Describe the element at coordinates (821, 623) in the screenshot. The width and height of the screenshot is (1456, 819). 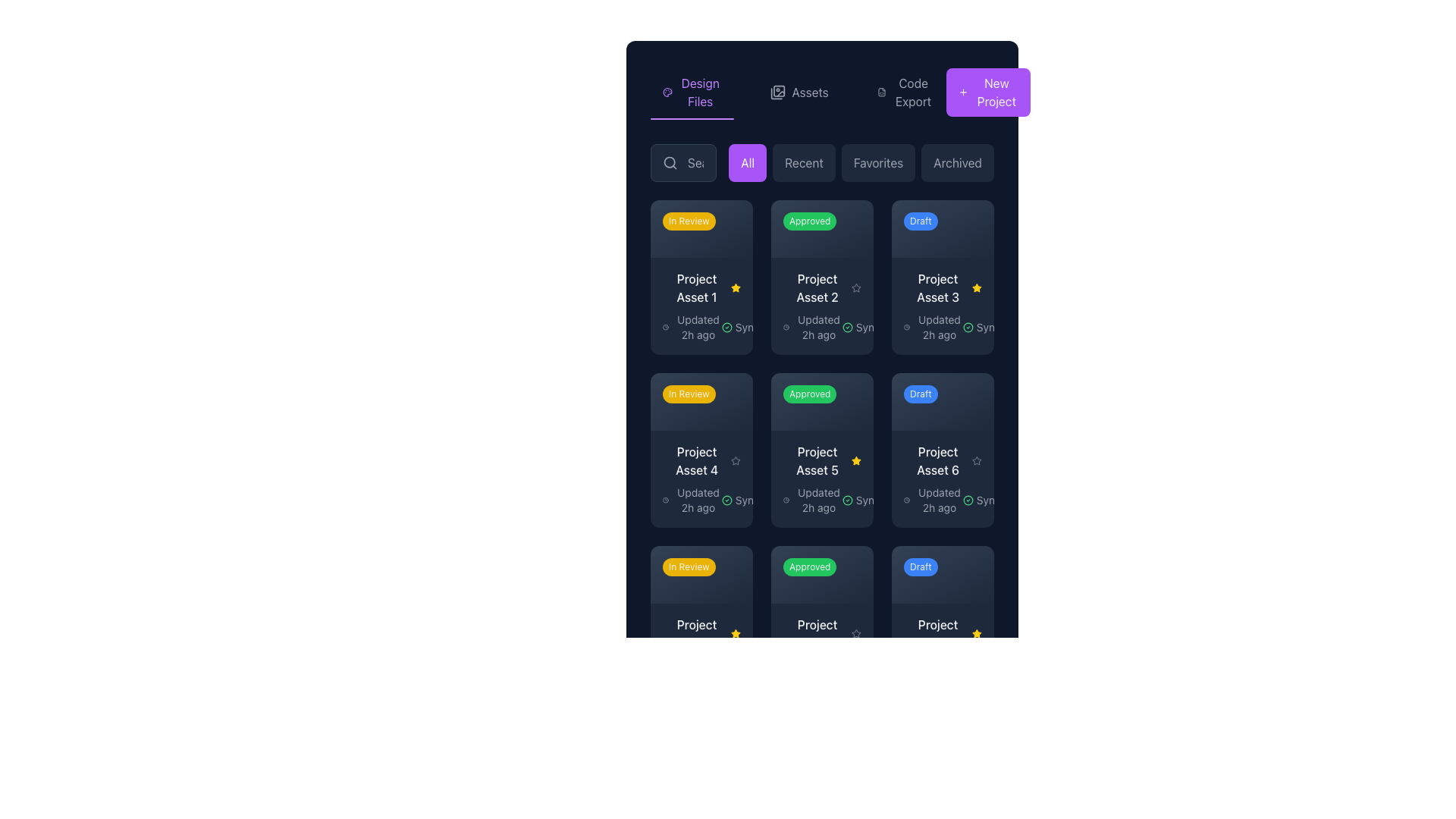
I see `the project summary card located` at that location.